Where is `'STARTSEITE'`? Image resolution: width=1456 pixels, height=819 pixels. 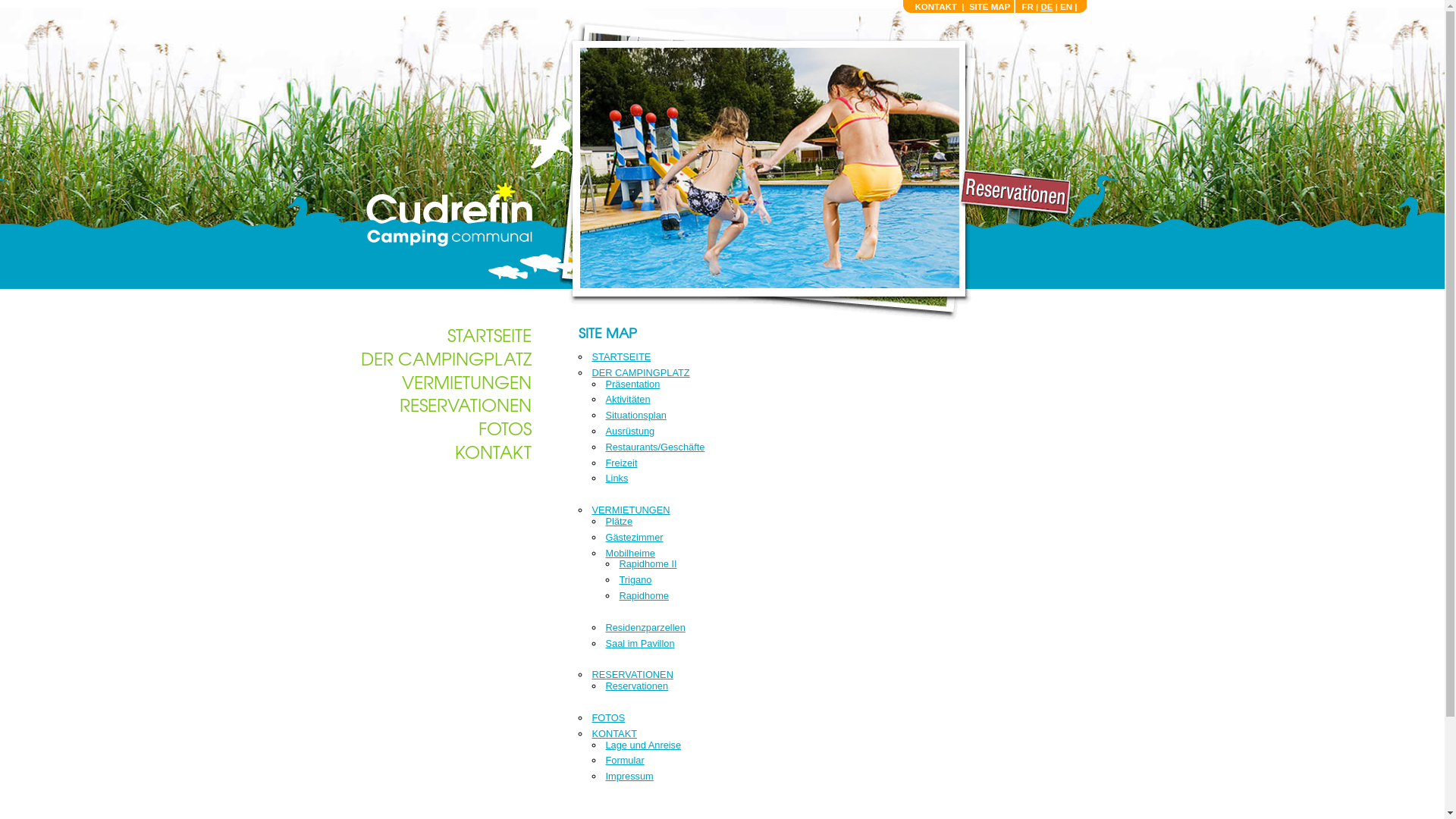
'STARTSEITE' is located at coordinates (489, 333).